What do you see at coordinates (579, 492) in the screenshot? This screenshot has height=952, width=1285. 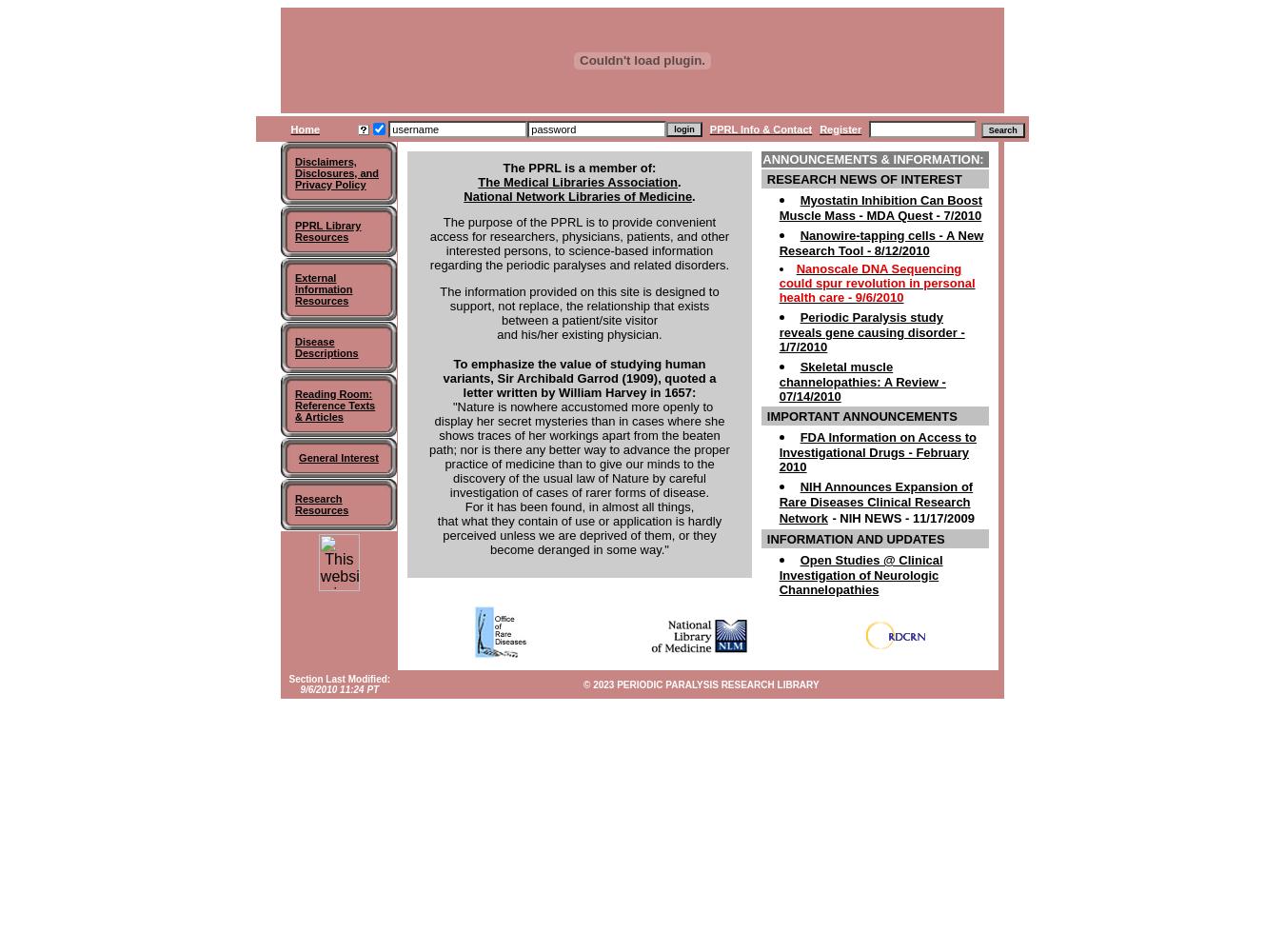 I see `'investigation of cases of rarer forms of disease.'` at bounding box center [579, 492].